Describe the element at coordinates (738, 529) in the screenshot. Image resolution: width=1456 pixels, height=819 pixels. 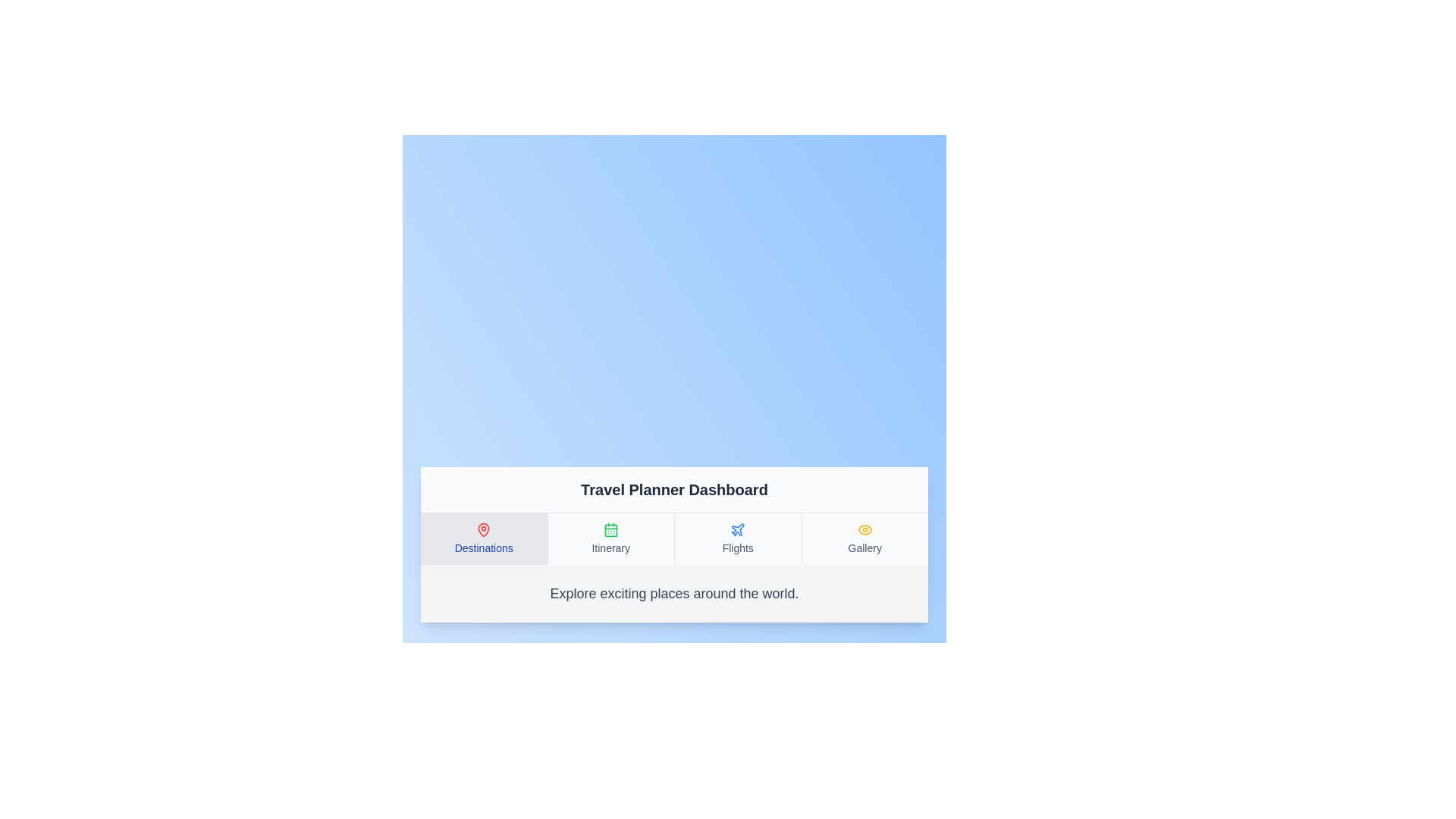
I see `the airplane icon, which is styled with blue color and linear strokes, located above the text 'Flights'` at that location.